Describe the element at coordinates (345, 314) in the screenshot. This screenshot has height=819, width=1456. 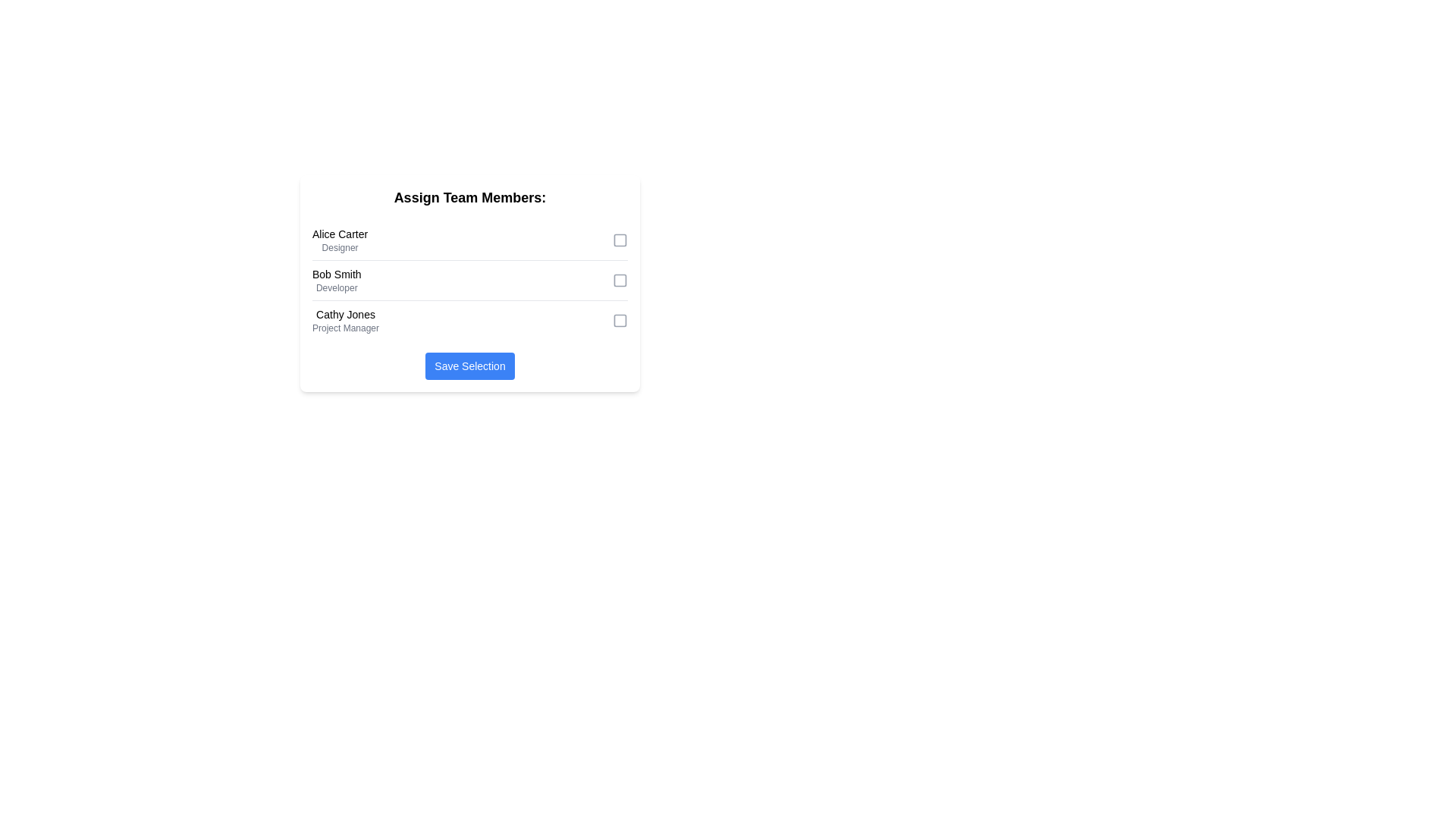
I see `the text label displaying 'Cathy Jones' in bold style, located in the 'Assign Team Members' dialogue box, specifically the first line of the third entry` at that location.